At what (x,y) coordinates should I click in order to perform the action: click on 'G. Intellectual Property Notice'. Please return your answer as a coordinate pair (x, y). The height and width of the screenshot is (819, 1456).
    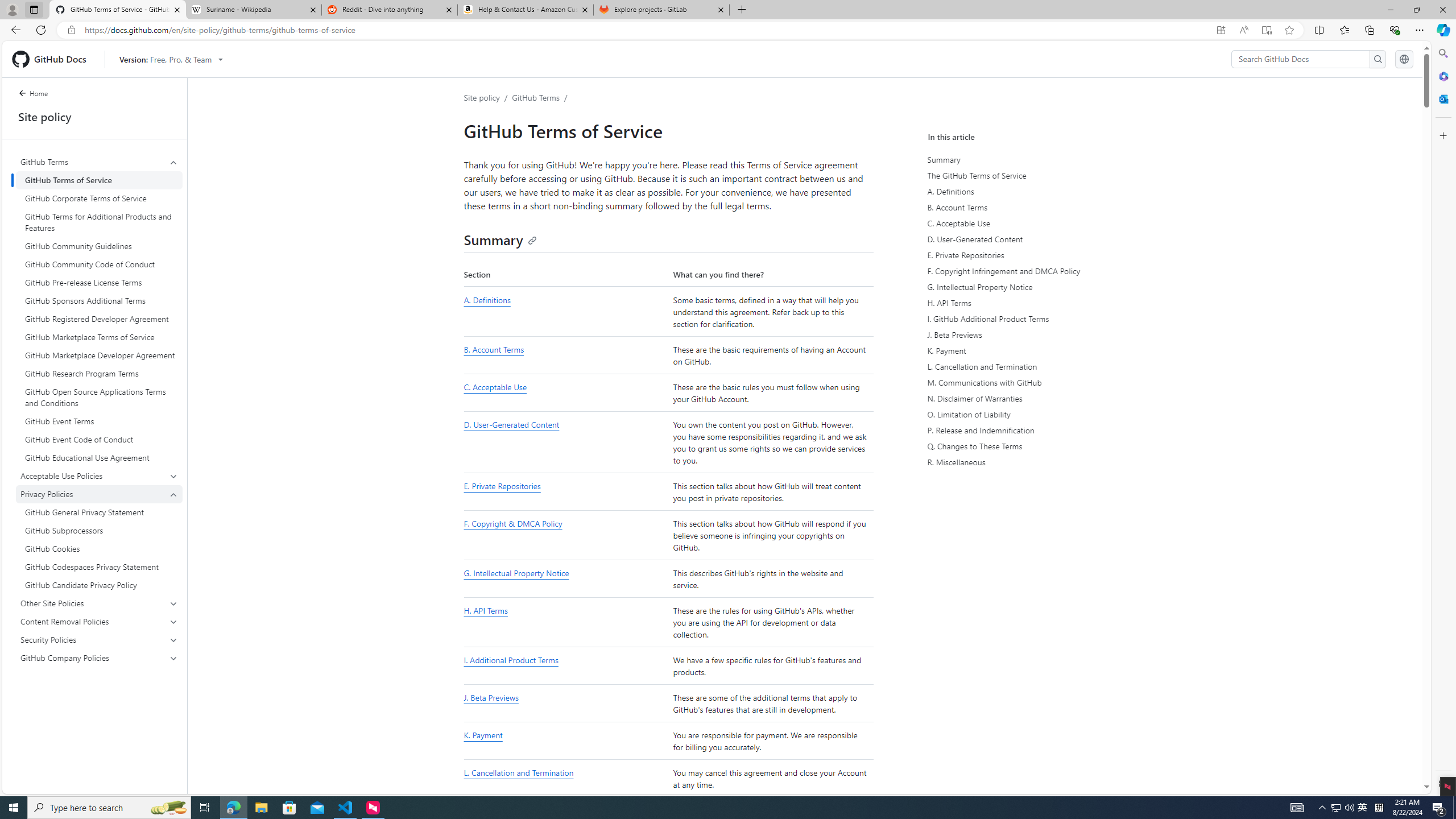
    Looking at the image, I should click on (565, 579).